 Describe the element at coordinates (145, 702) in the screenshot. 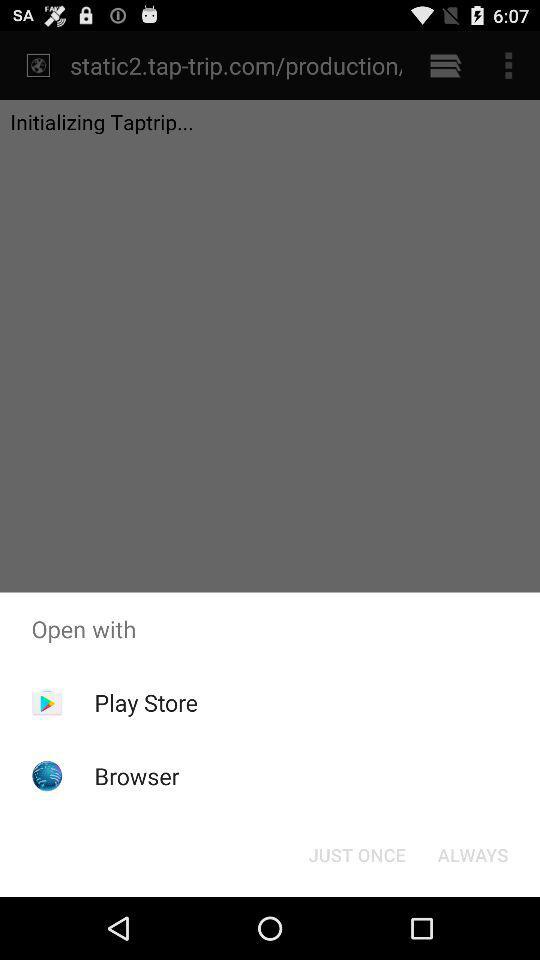

I see `item above browser` at that location.